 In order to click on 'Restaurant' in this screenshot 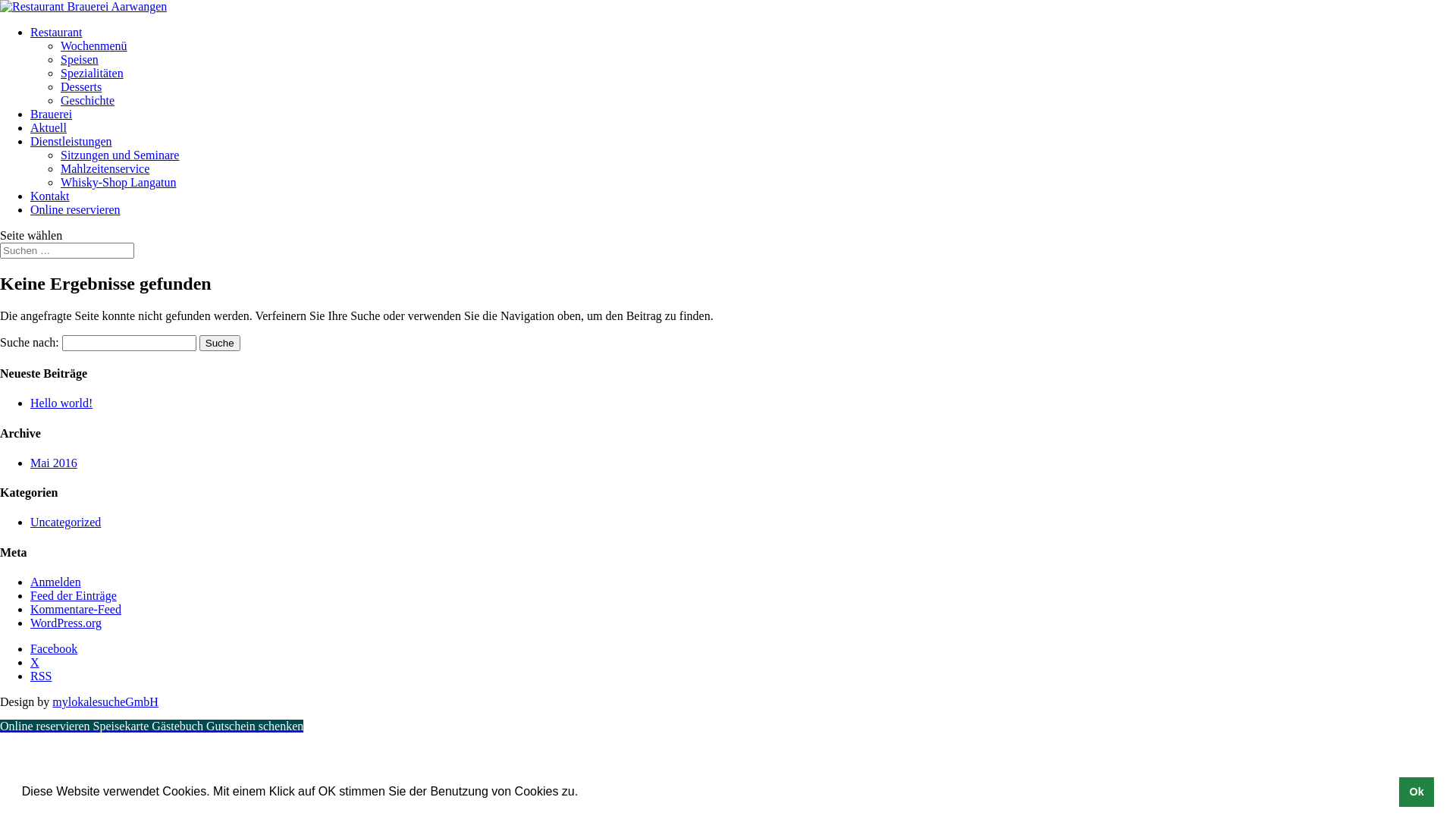, I will do `click(30, 32)`.